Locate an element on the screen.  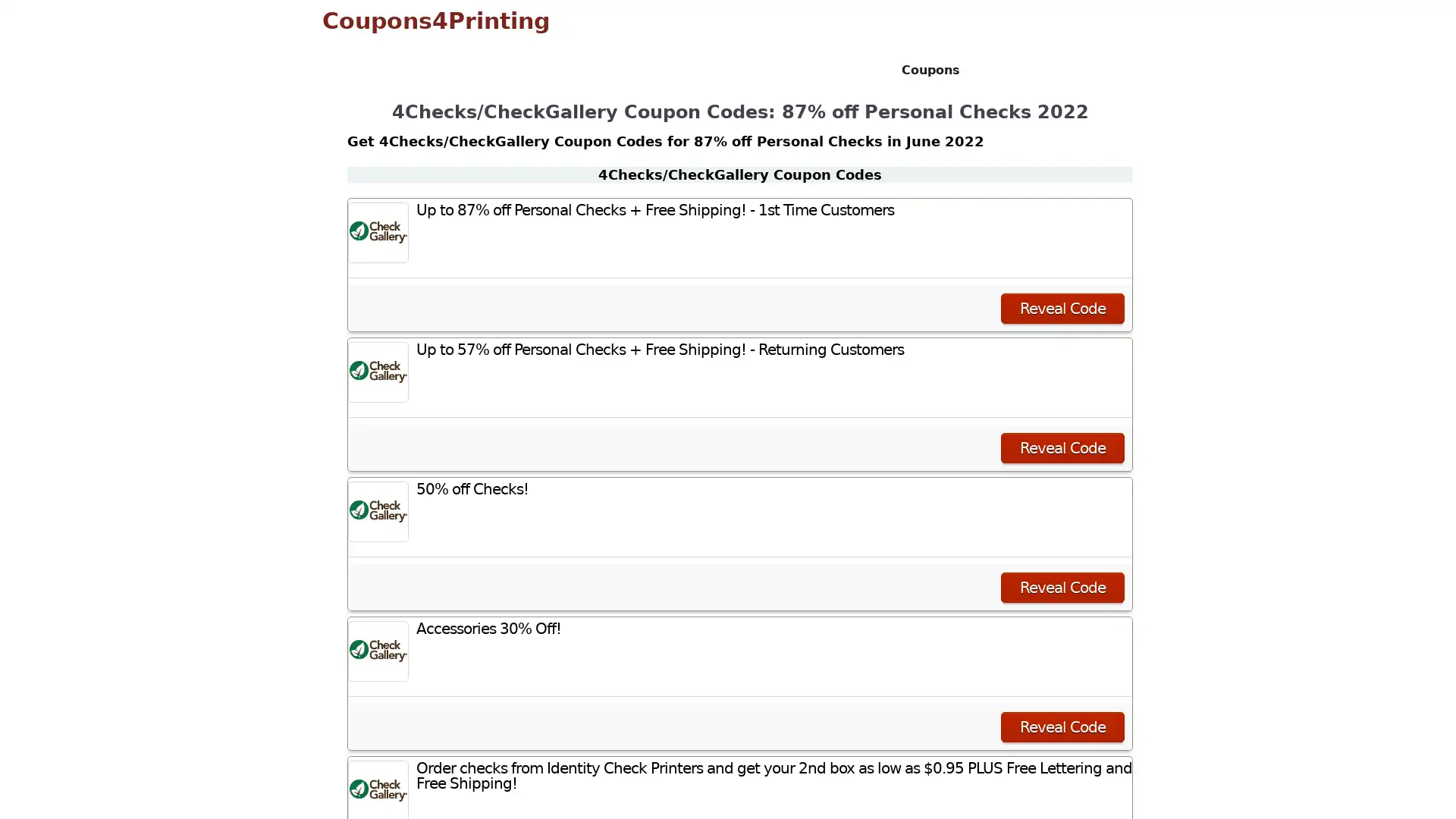
Reveal Code is located at coordinates (1062, 587).